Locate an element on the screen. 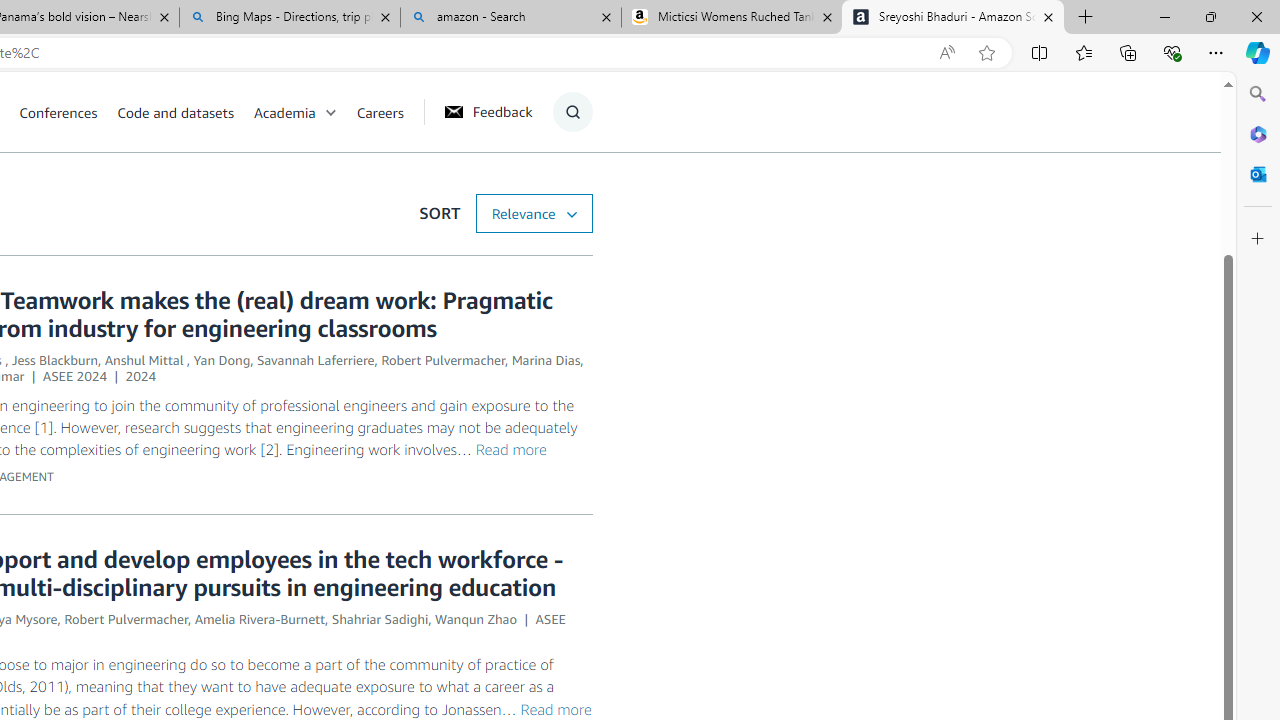 The width and height of the screenshot is (1280, 720). 'Conferences' is located at coordinates (58, 111).